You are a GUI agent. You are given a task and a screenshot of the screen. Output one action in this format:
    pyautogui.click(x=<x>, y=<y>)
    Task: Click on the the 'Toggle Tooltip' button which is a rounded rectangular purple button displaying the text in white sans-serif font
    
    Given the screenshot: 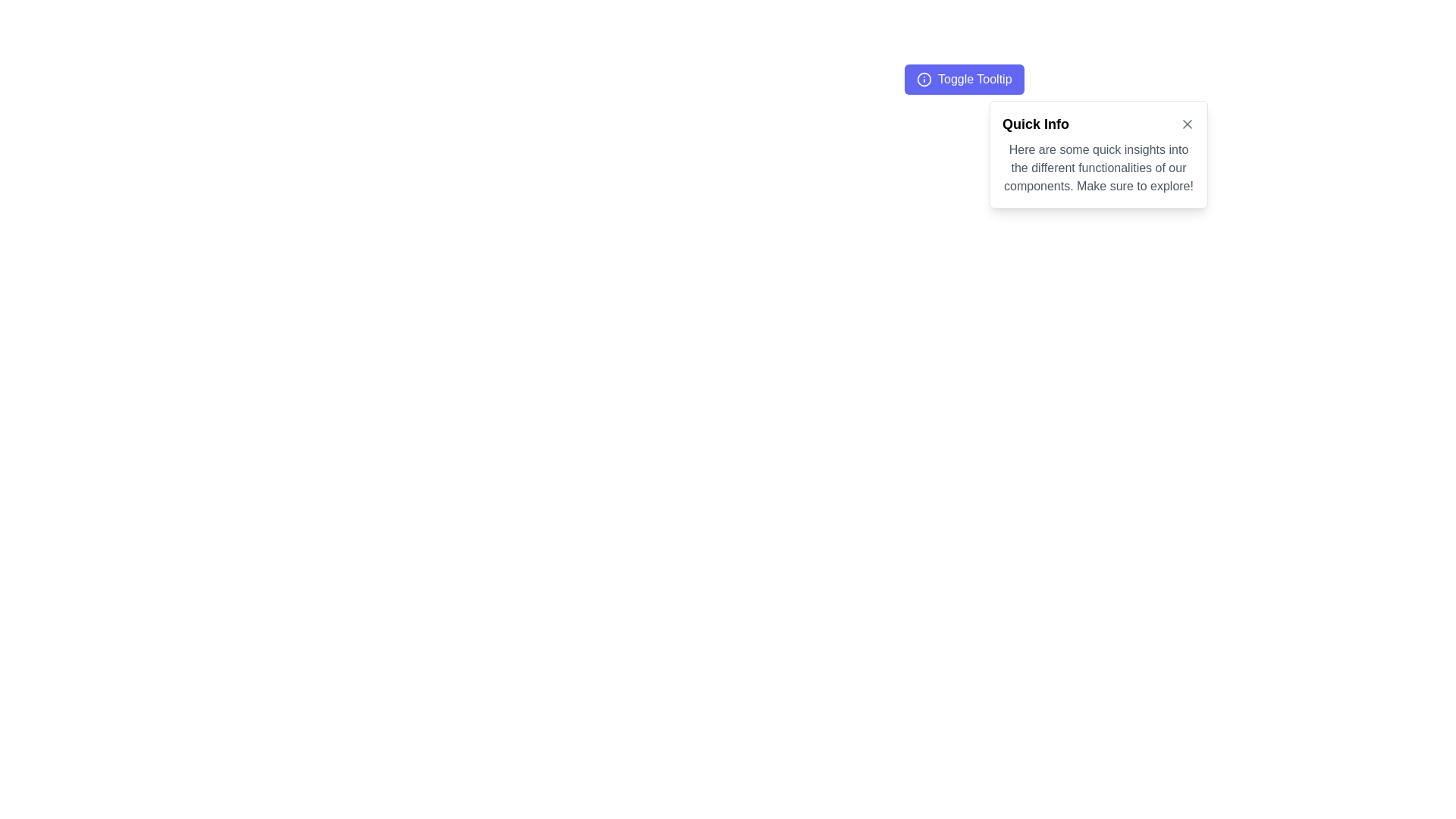 What is the action you would take?
    pyautogui.click(x=974, y=79)
    